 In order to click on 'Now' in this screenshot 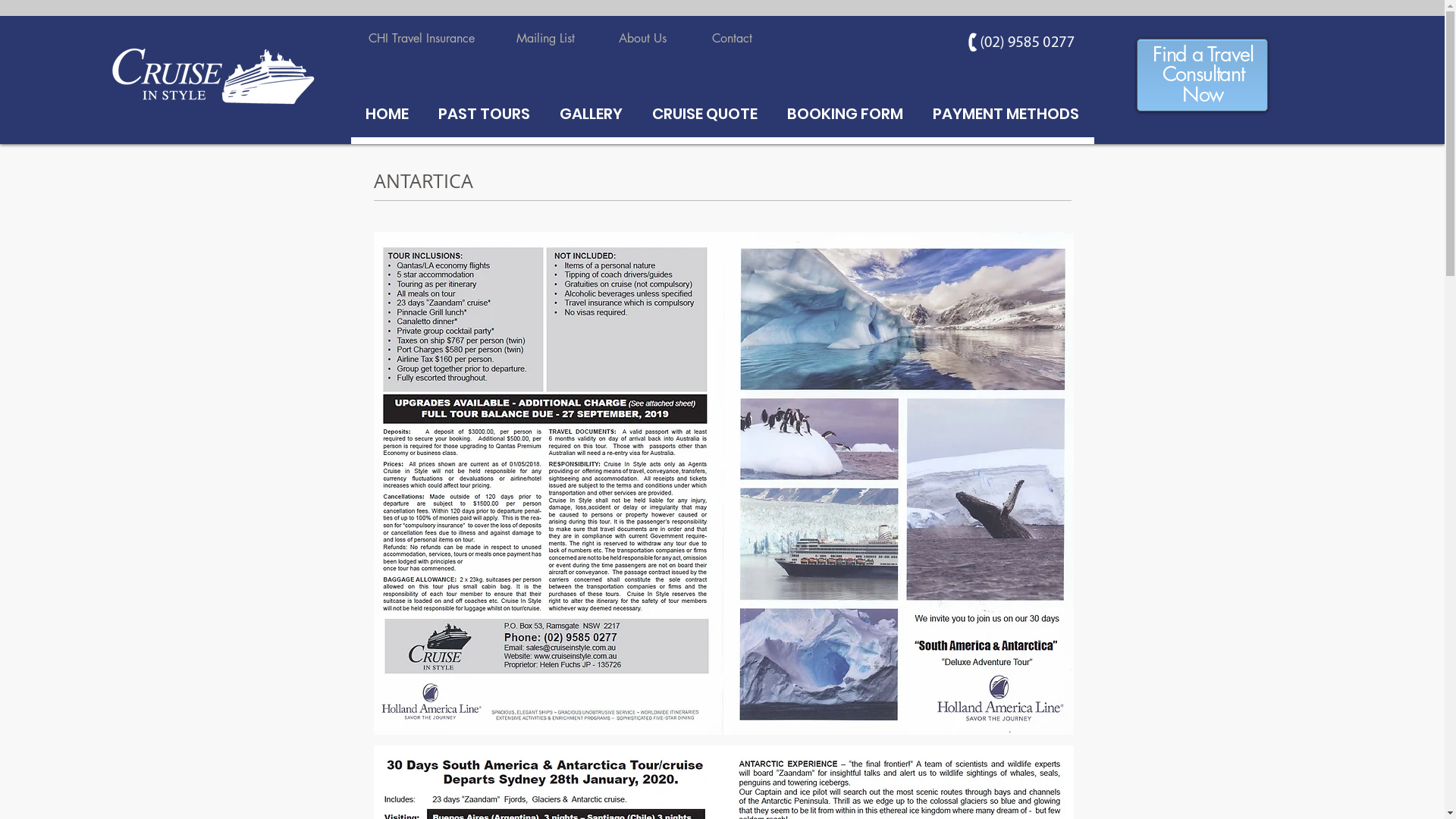, I will do `click(1202, 96)`.